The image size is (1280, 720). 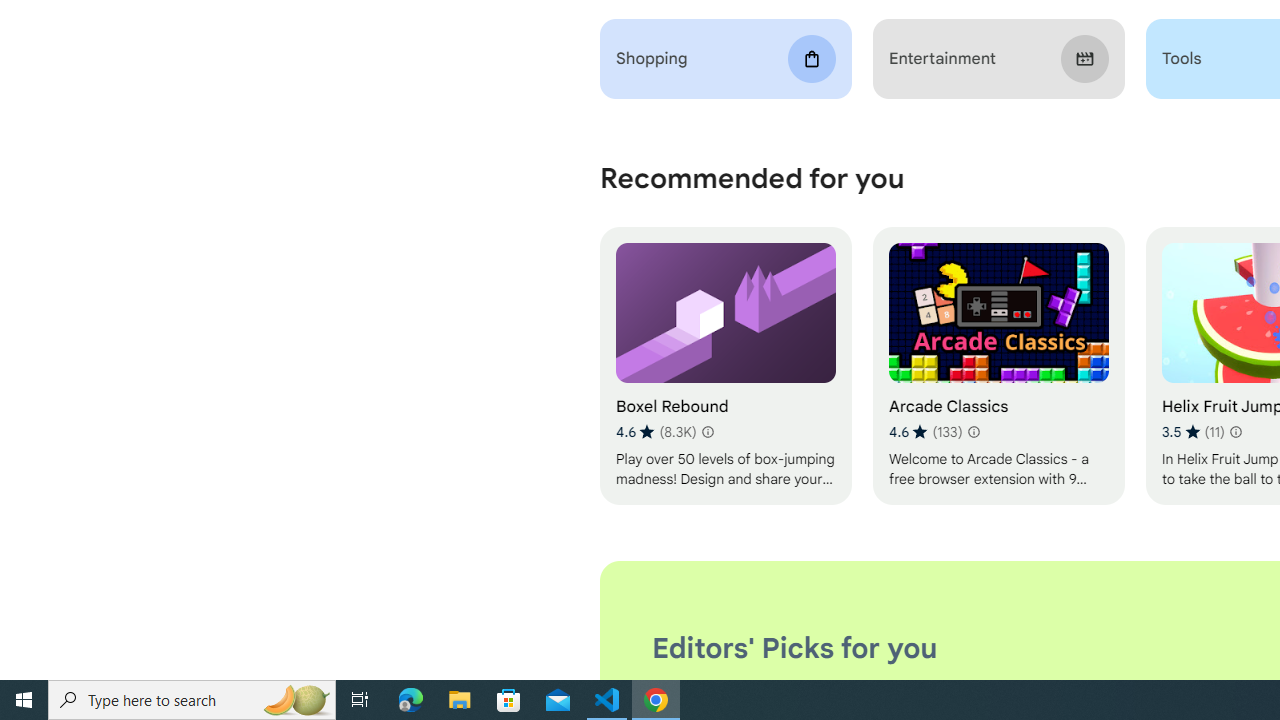 What do you see at coordinates (1192, 431) in the screenshot?
I see `'Average rating 3.5 out of 5 stars. 11 ratings.'` at bounding box center [1192, 431].